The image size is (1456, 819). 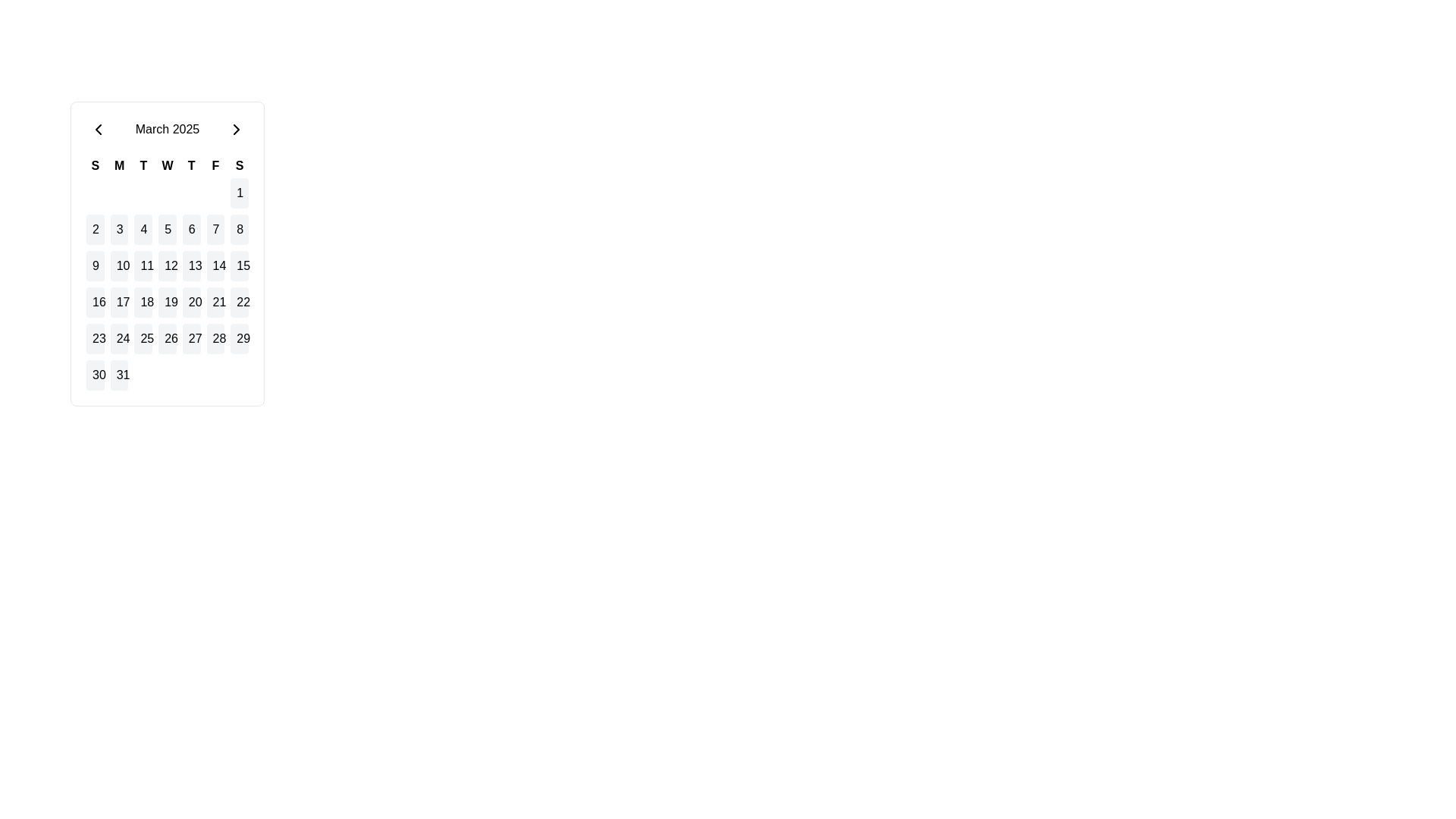 I want to click on the static text label that displays the current month and year in the calendar header, located centrally between the left and right navigation controls, so click(x=167, y=128).